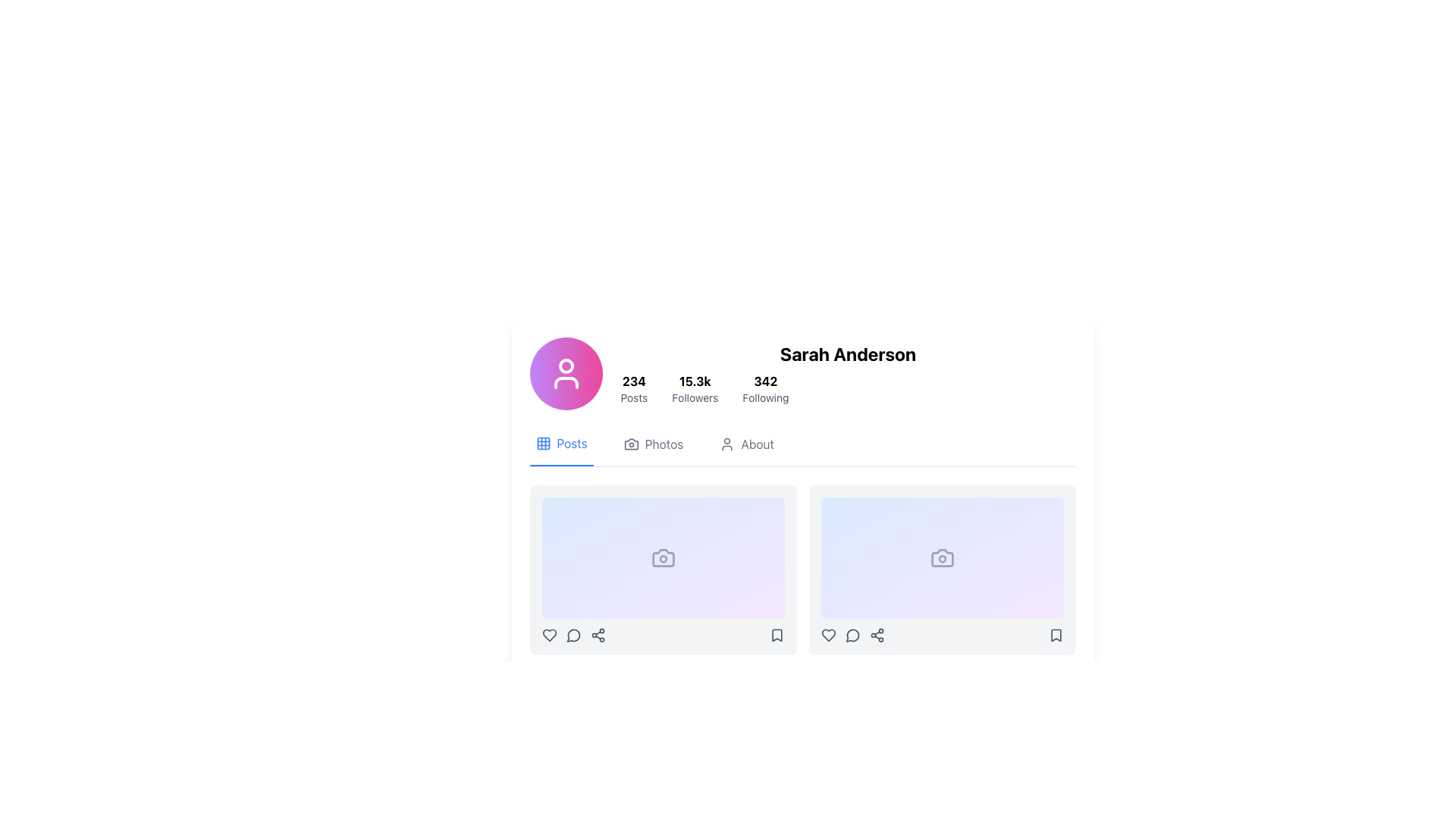 The height and width of the screenshot is (819, 1456). What do you see at coordinates (941, 558) in the screenshot?
I see `the camera outline icon styled in gray, located in the top center of the second card from the left below the 'Photos' tab` at bounding box center [941, 558].